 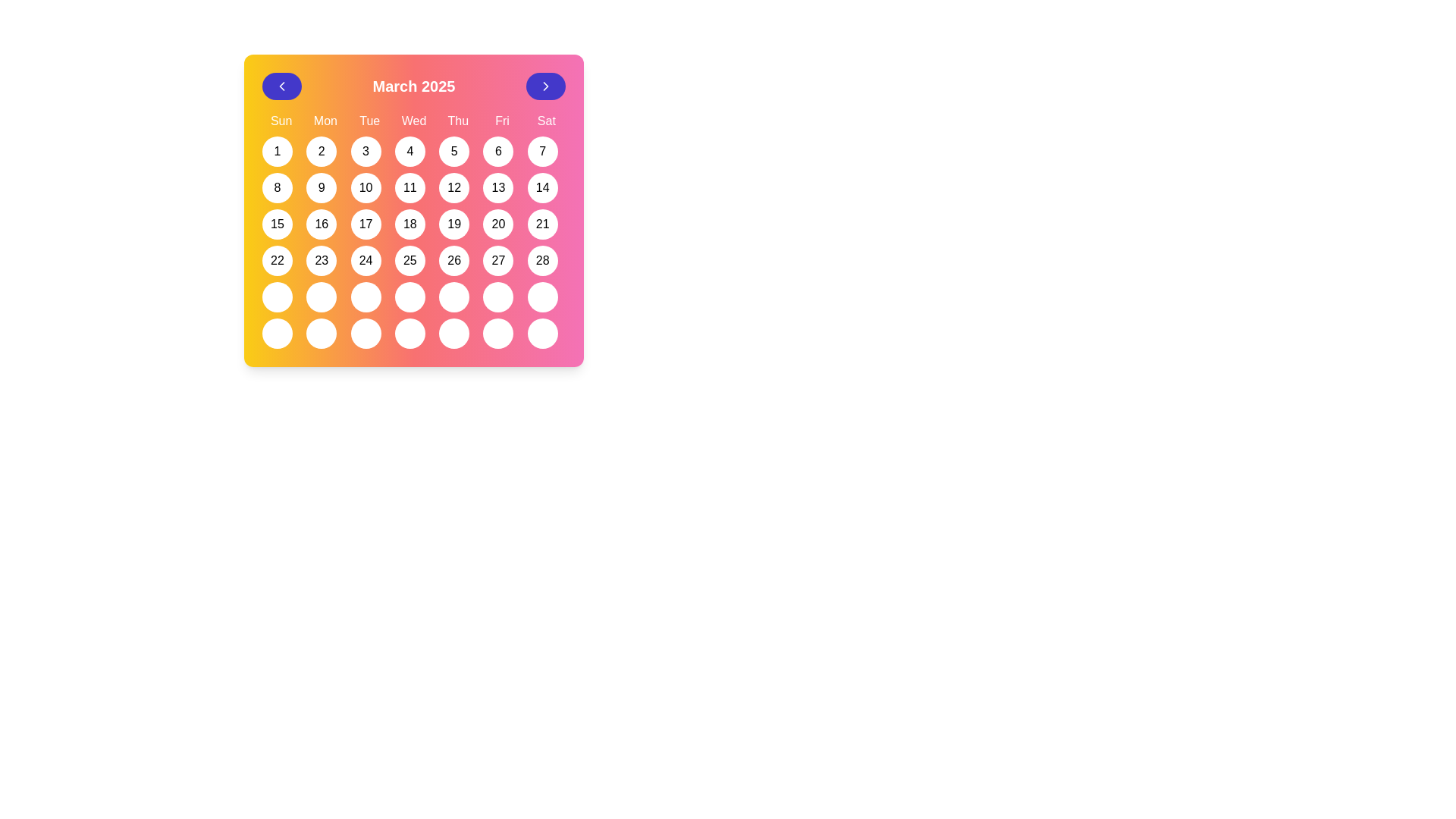 What do you see at coordinates (281, 120) in the screenshot?
I see `the Text Label displaying 'Sun', which is the first item in the horizontal sequence of day labels in the calendar, located at the top-left corner` at bounding box center [281, 120].